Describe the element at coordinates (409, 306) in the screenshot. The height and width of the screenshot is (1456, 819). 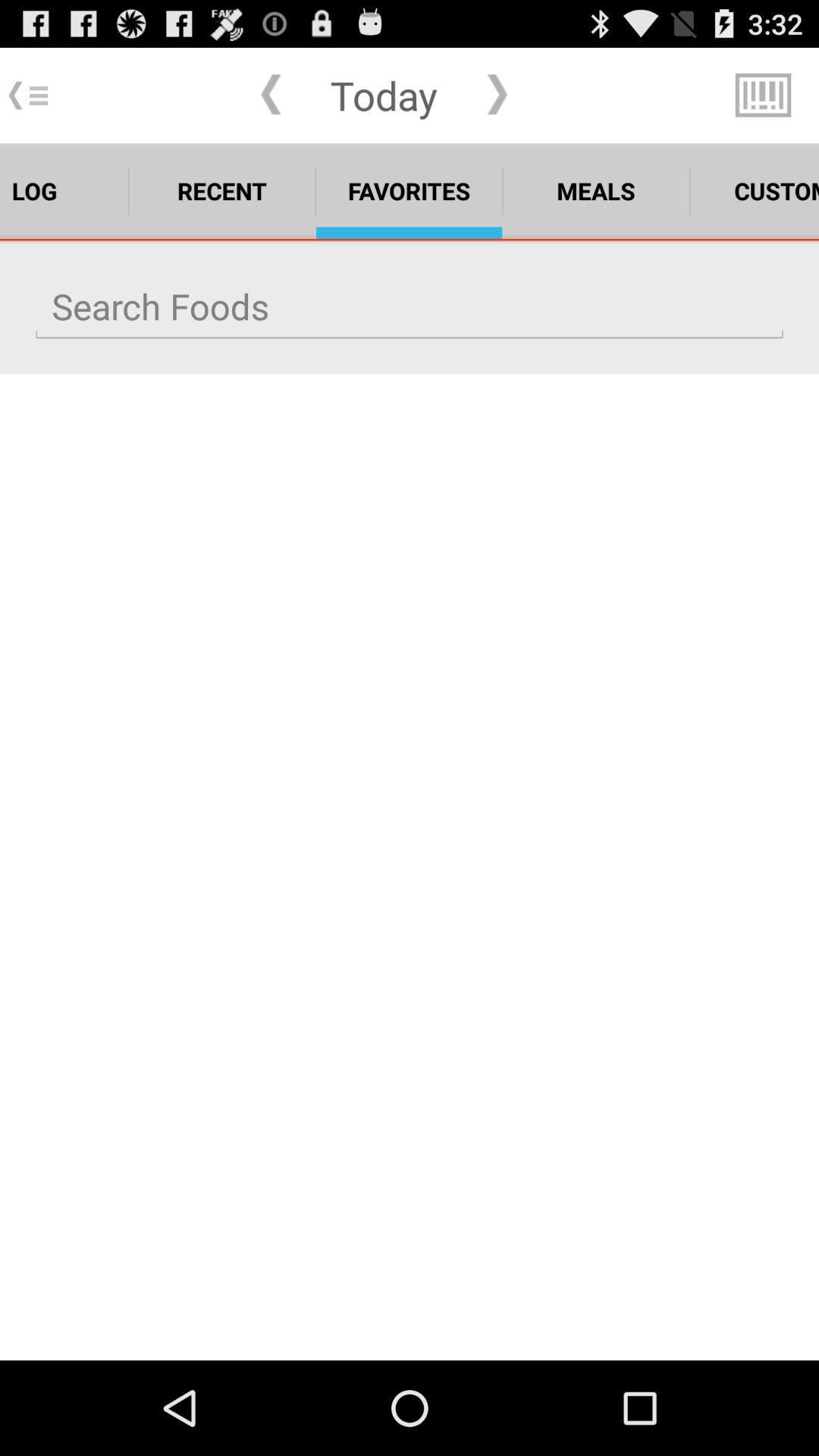
I see `foods search query input` at that location.